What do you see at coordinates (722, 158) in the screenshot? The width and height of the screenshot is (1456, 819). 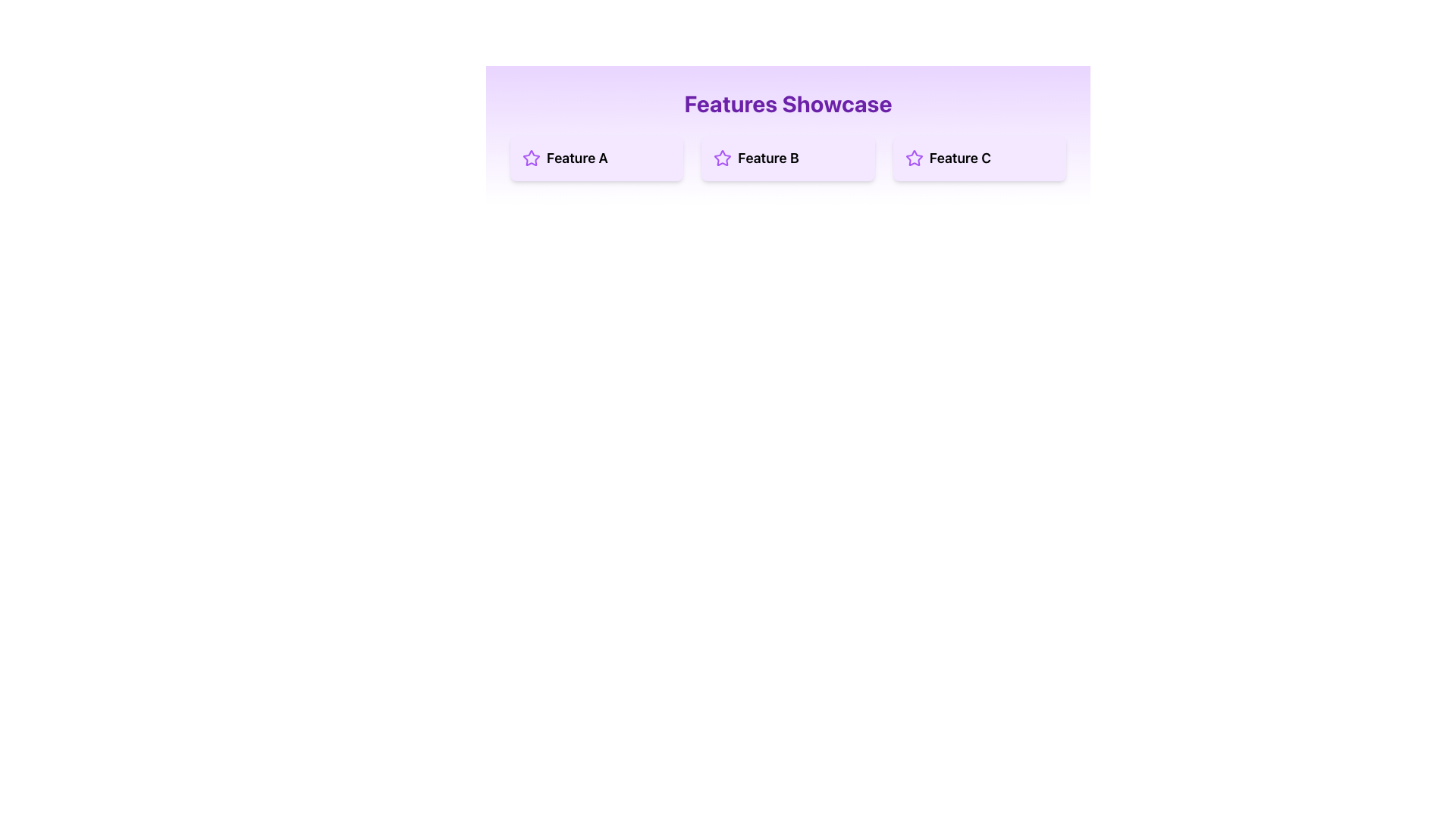 I see `the star-shaped SVG icon styled in purple with a central hollow design located in the Feature B card of the Features Showcase section` at bounding box center [722, 158].